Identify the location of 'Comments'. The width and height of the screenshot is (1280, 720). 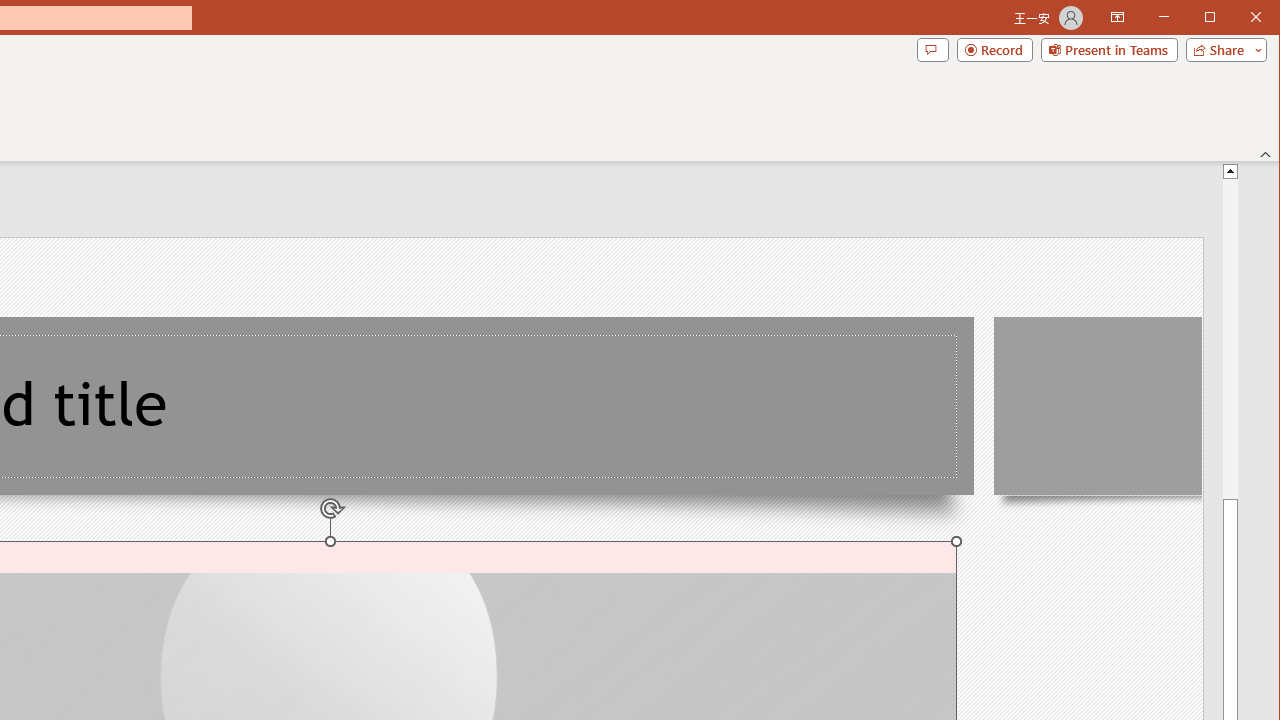
(931, 49).